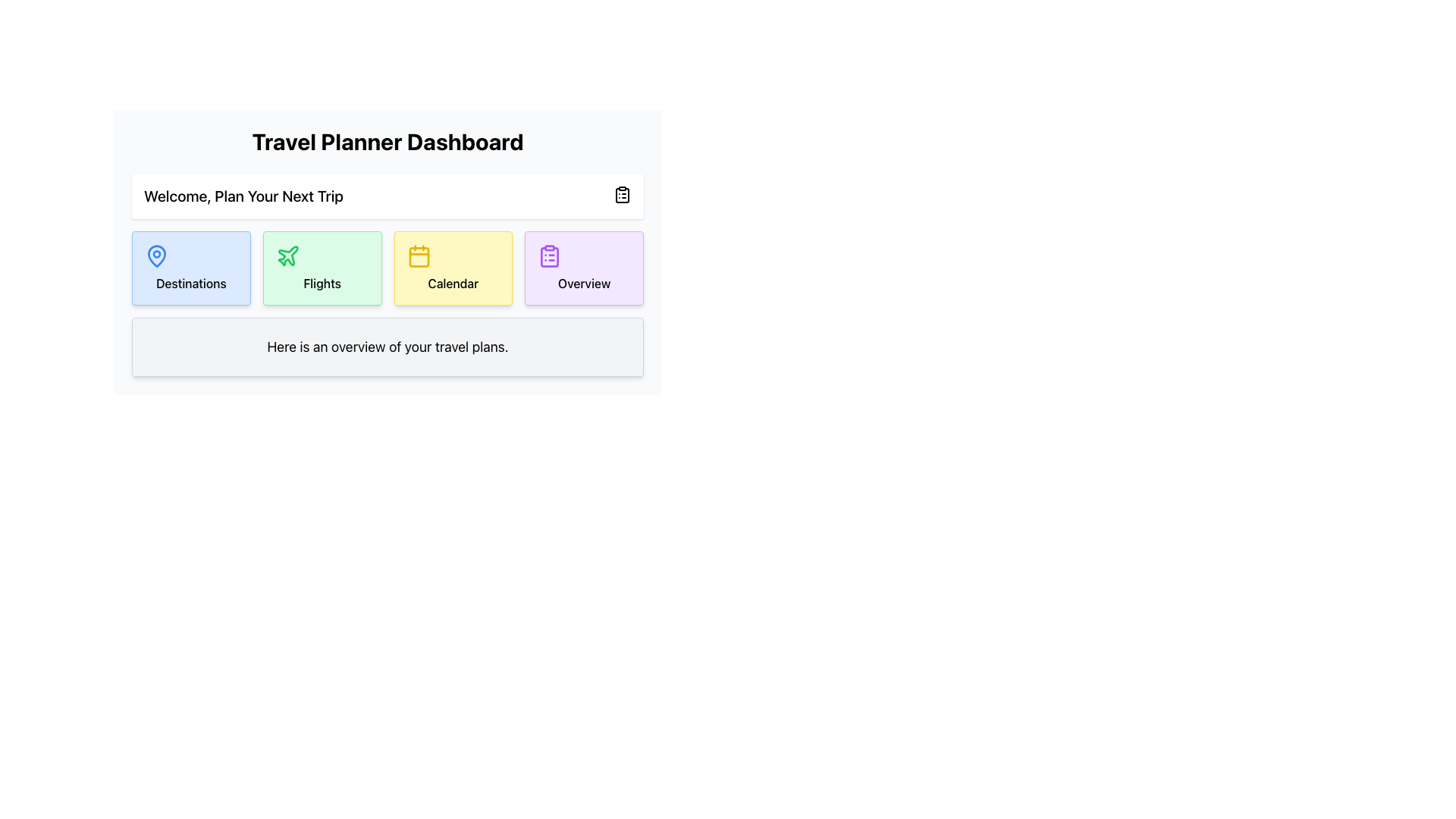 The image size is (1456, 819). What do you see at coordinates (419, 256) in the screenshot?
I see `the 'Calendar' icon located in the third column of the navigation options row` at bounding box center [419, 256].